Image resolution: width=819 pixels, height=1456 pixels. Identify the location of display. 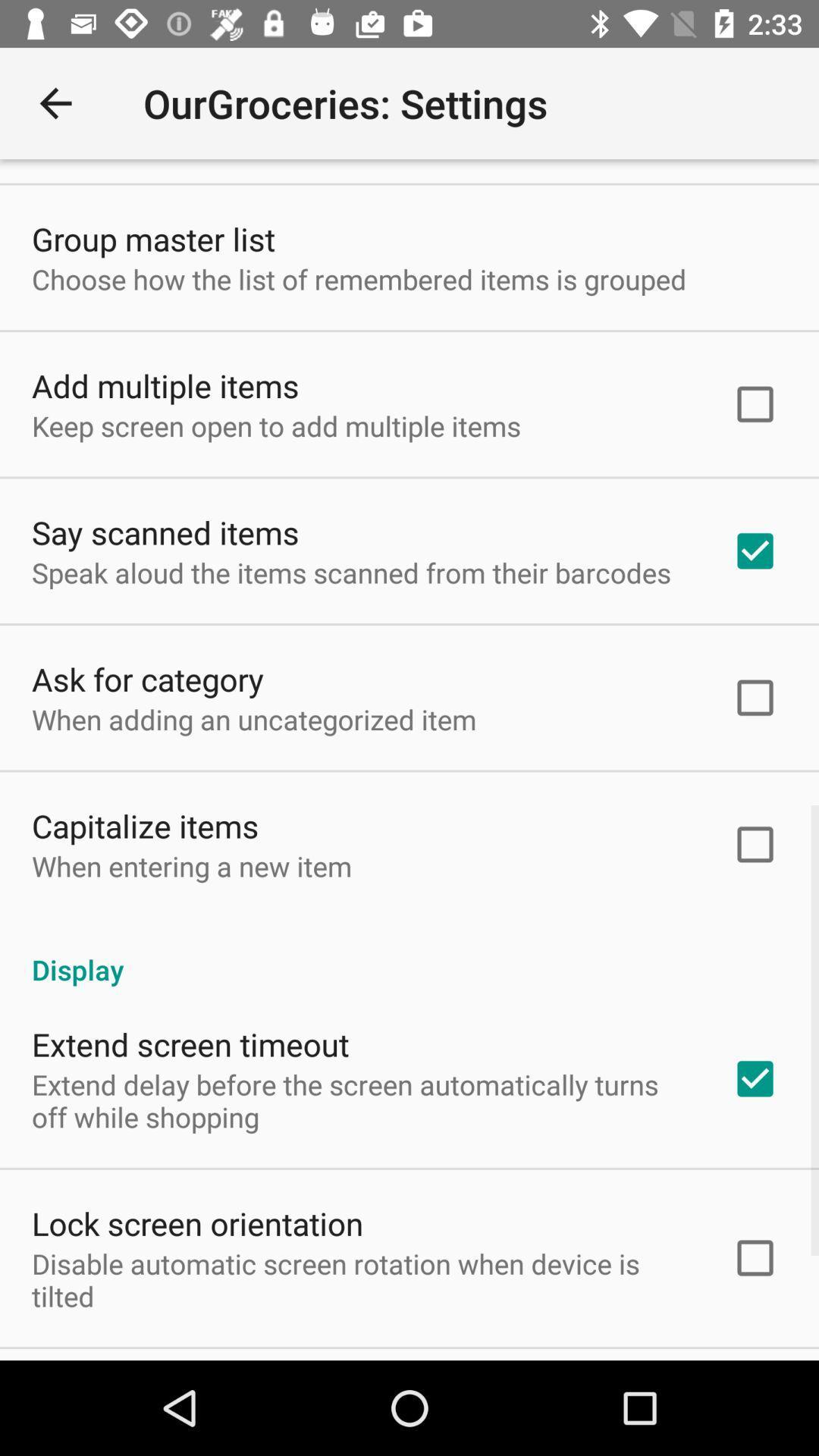
(409, 952).